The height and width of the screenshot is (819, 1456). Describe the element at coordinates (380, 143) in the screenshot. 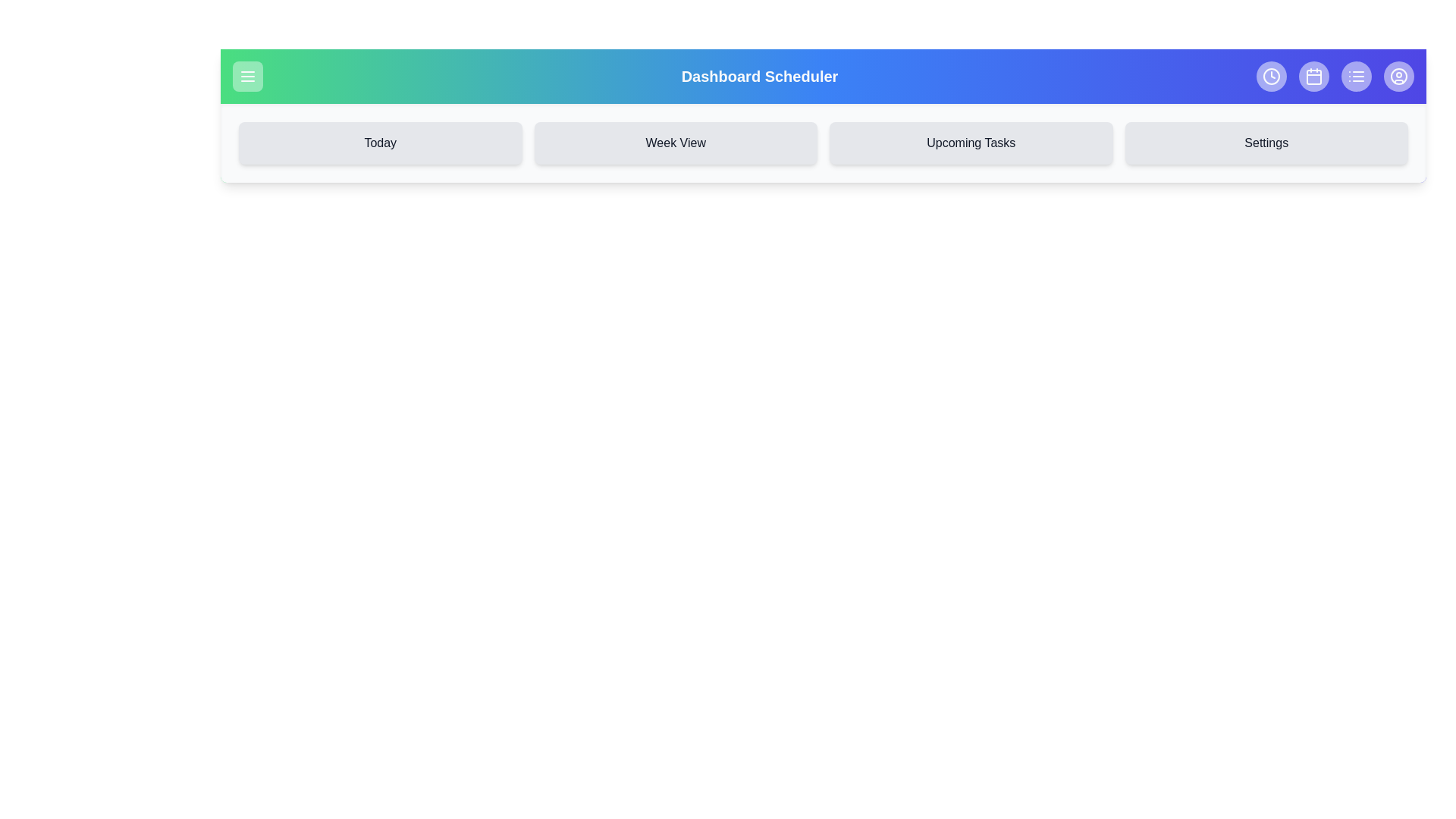

I see `the navigation button labeled Today` at that location.